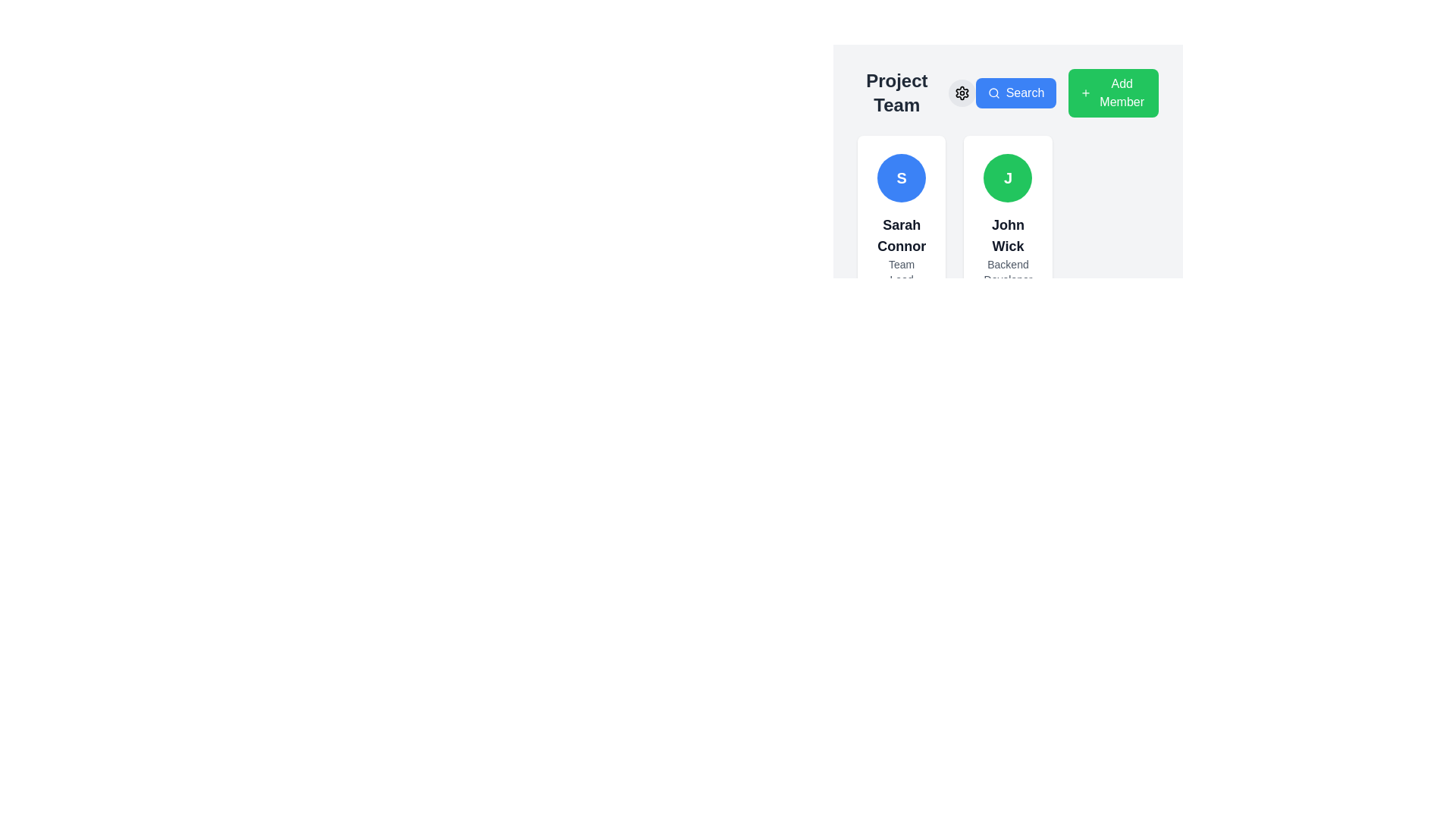 The height and width of the screenshot is (819, 1456). Describe the element at coordinates (1066, 93) in the screenshot. I see `the green 'Add Member' button, which is styled with rounded corners and a white '+' icon, located to the right of the blue 'Search' button under the 'Project Team' header` at that location.